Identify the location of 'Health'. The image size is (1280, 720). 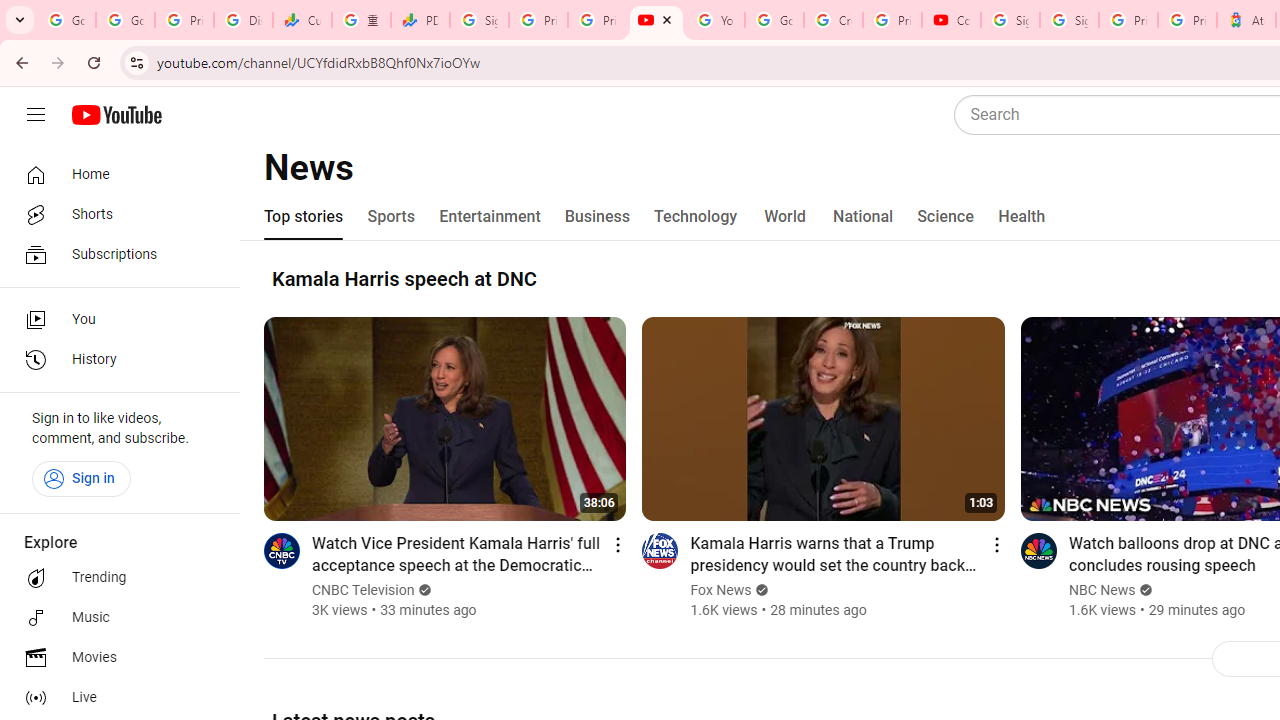
(1021, 217).